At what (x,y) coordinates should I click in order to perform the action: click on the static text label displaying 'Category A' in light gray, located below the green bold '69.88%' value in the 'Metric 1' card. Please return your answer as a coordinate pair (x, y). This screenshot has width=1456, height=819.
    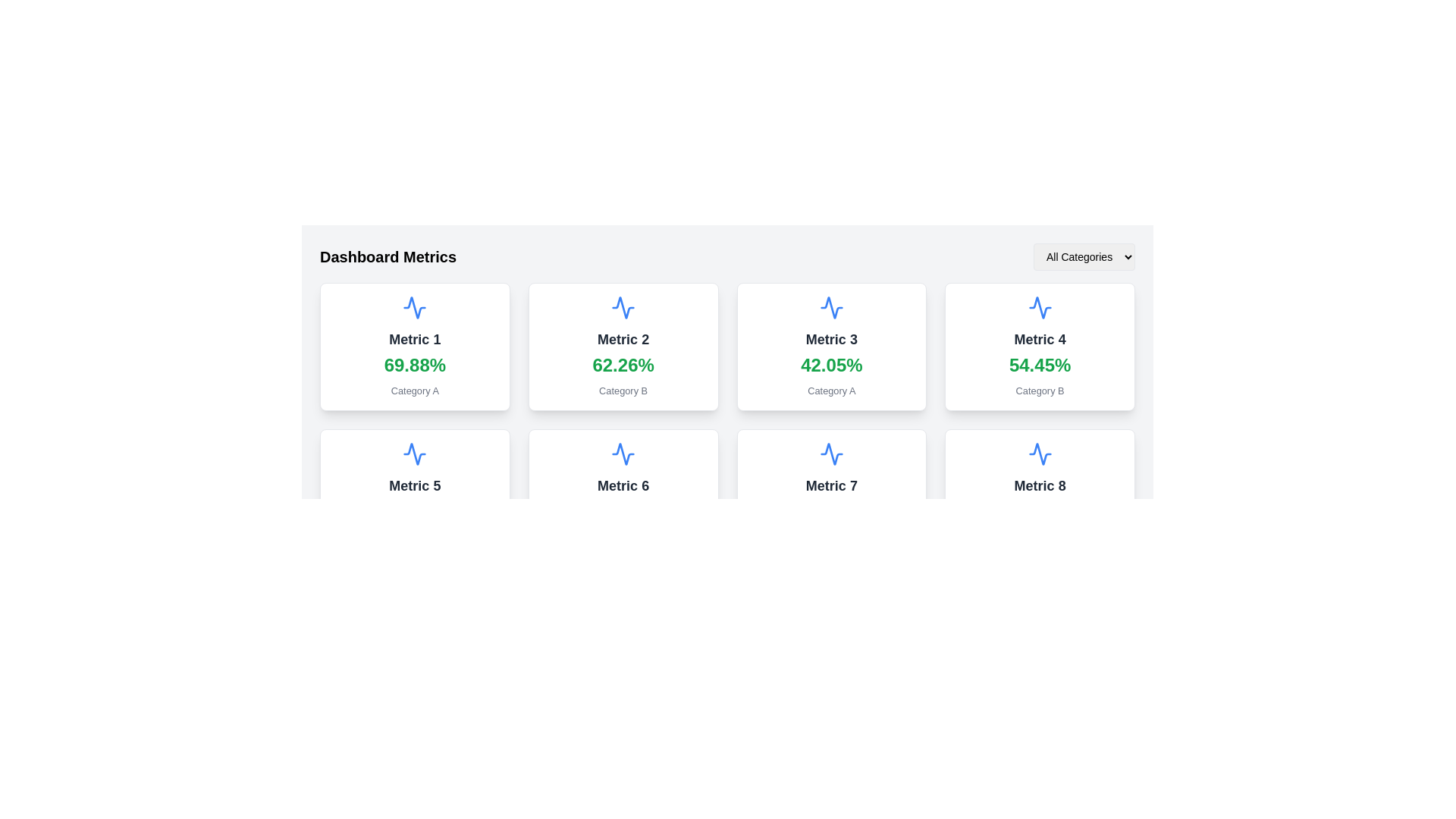
    Looking at the image, I should click on (415, 390).